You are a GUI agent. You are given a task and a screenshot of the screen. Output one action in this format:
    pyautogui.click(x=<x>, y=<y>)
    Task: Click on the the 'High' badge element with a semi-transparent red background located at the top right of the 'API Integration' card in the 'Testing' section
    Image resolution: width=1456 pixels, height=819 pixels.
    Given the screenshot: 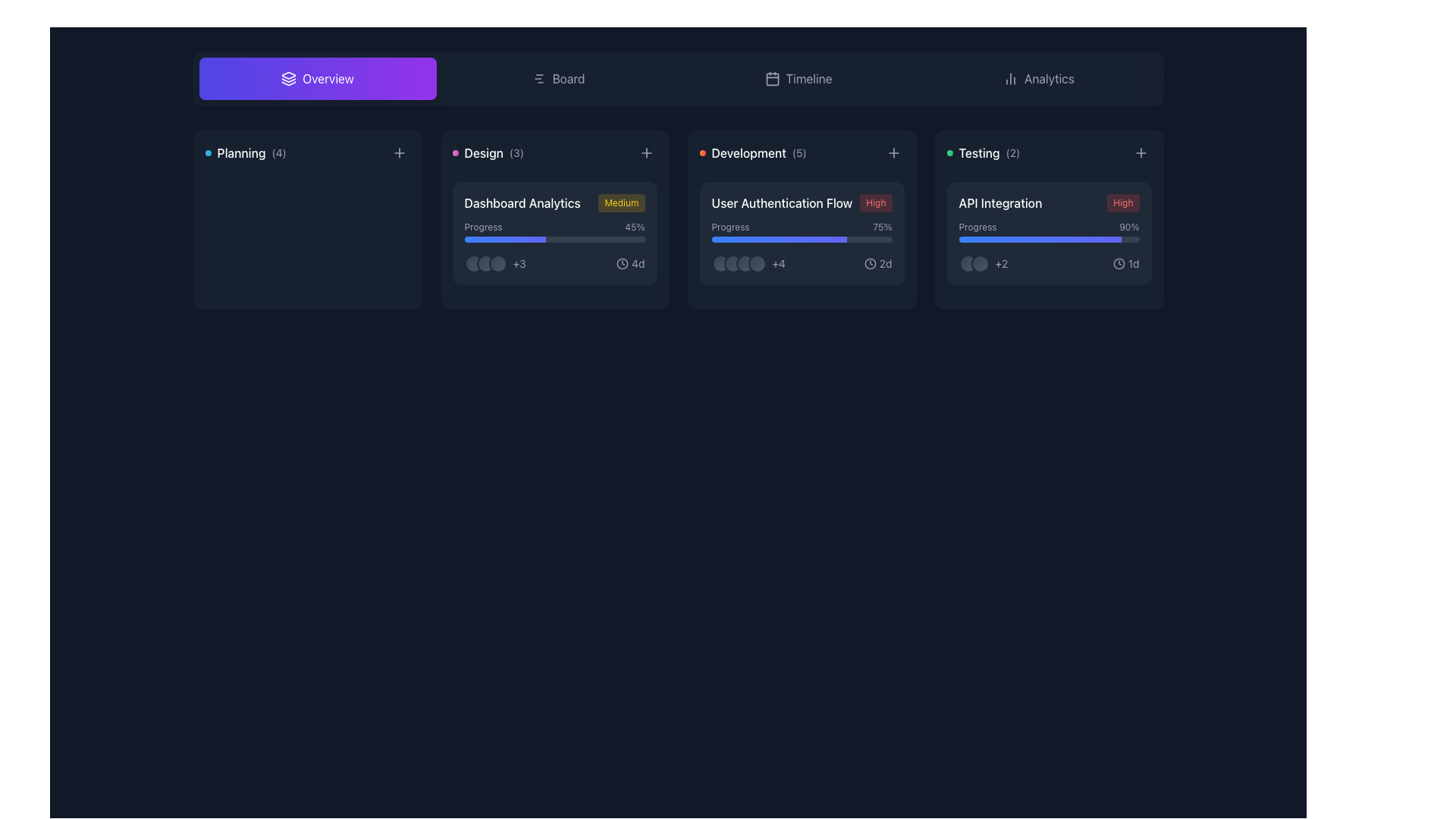 What is the action you would take?
    pyautogui.click(x=1123, y=202)
    